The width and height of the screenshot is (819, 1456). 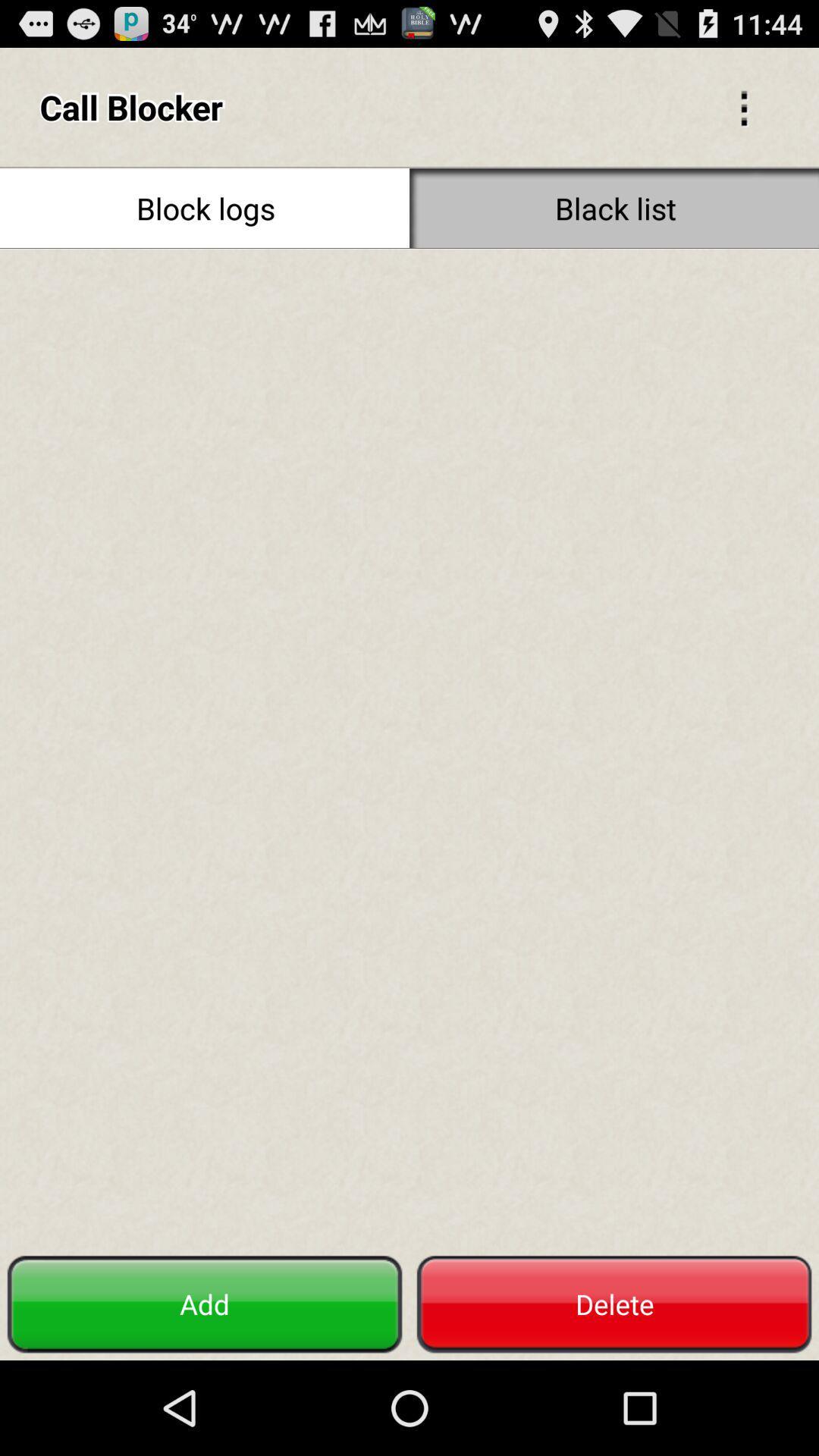 I want to click on add, so click(x=205, y=1304).